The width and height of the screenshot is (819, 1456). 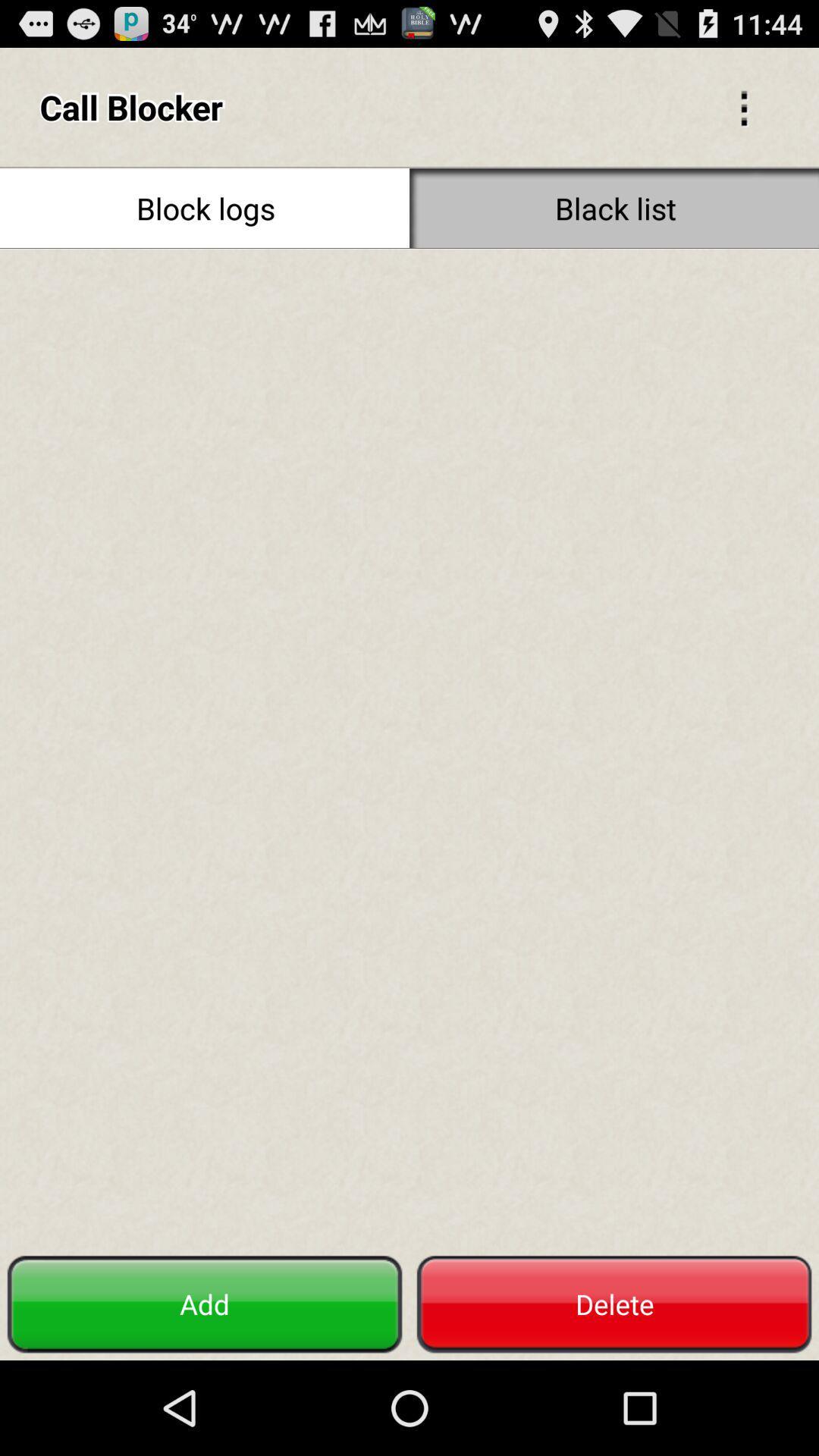 I want to click on add, so click(x=205, y=1304).